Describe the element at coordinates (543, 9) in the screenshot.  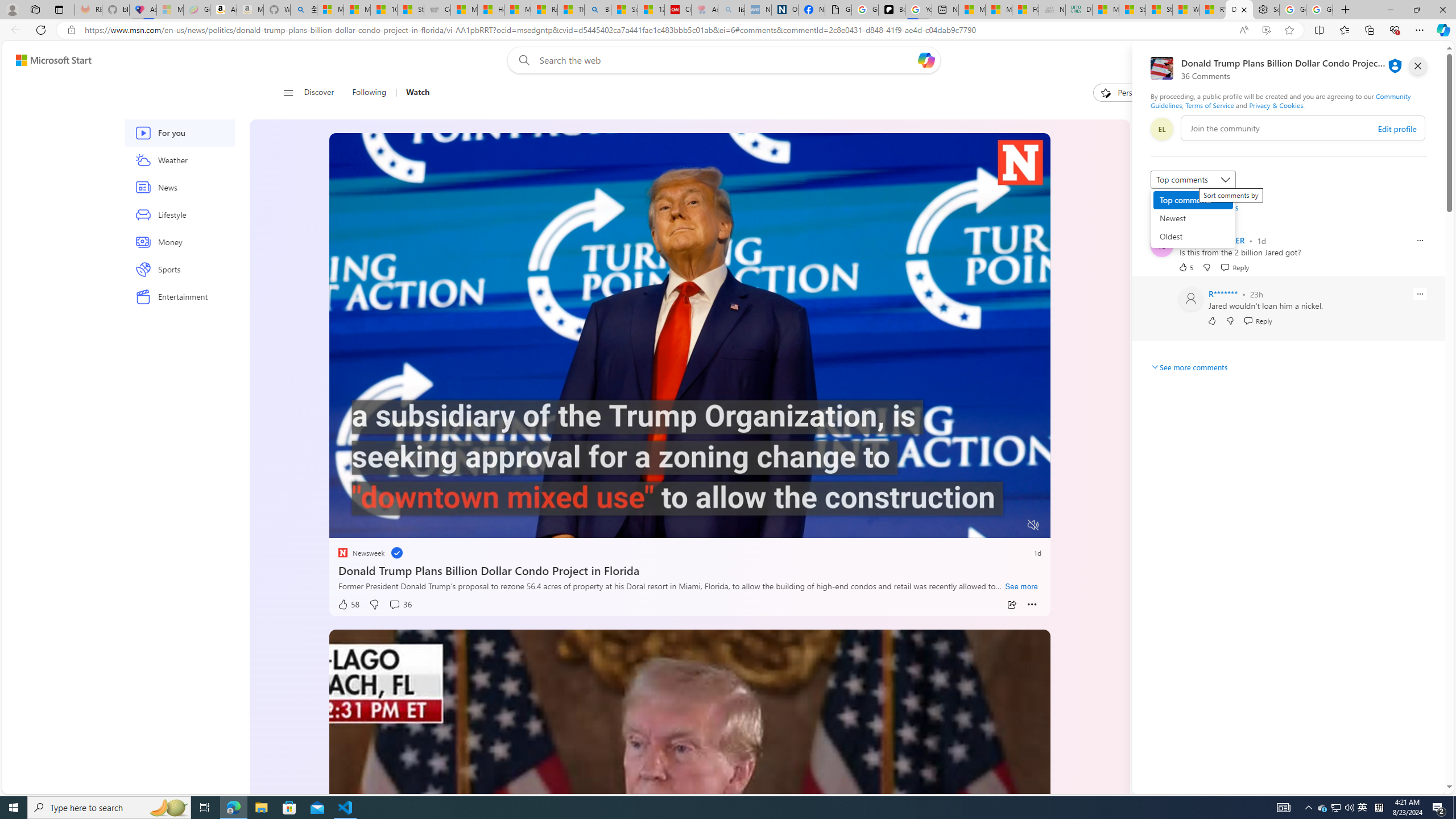
I see `'Recipes - MSN'` at that location.